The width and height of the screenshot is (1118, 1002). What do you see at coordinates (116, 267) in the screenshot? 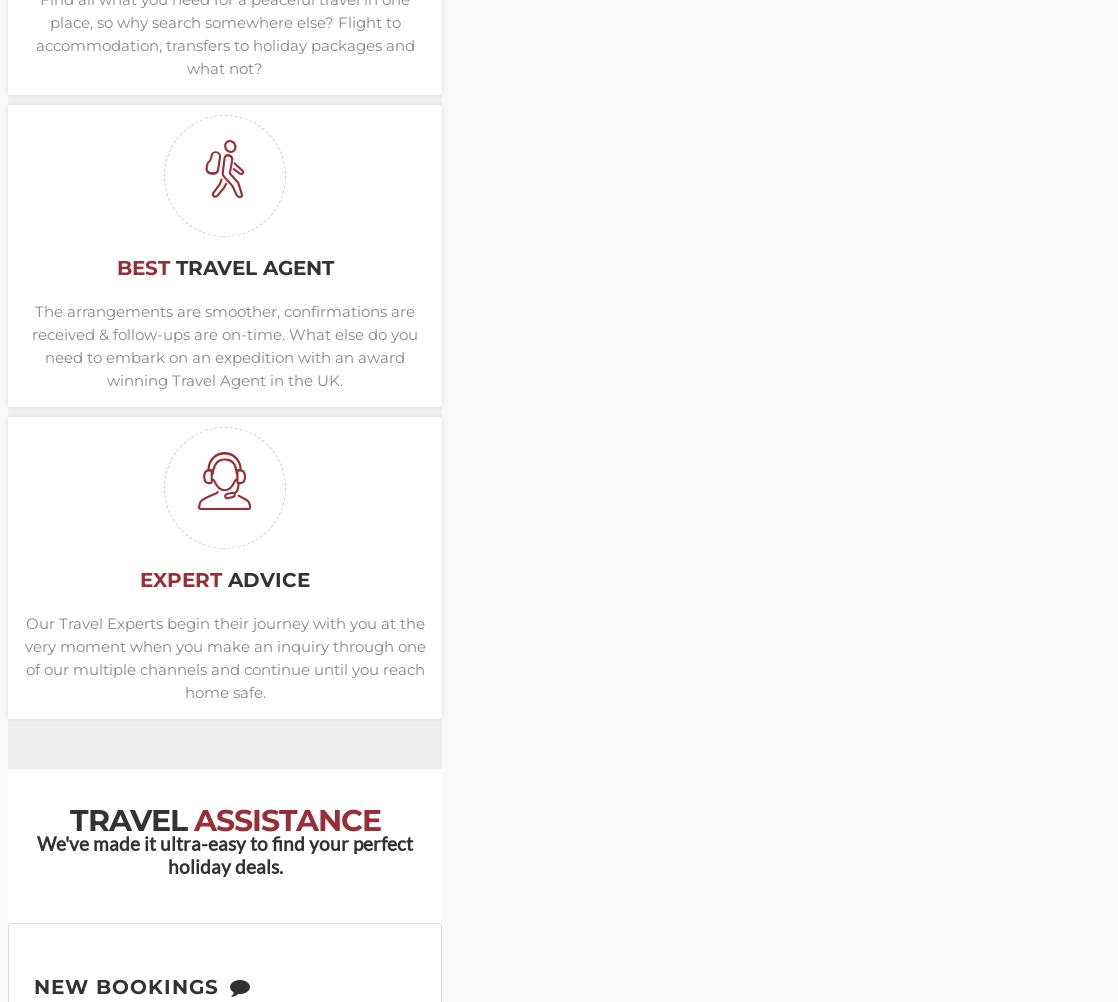
I see `'Best'` at bounding box center [116, 267].